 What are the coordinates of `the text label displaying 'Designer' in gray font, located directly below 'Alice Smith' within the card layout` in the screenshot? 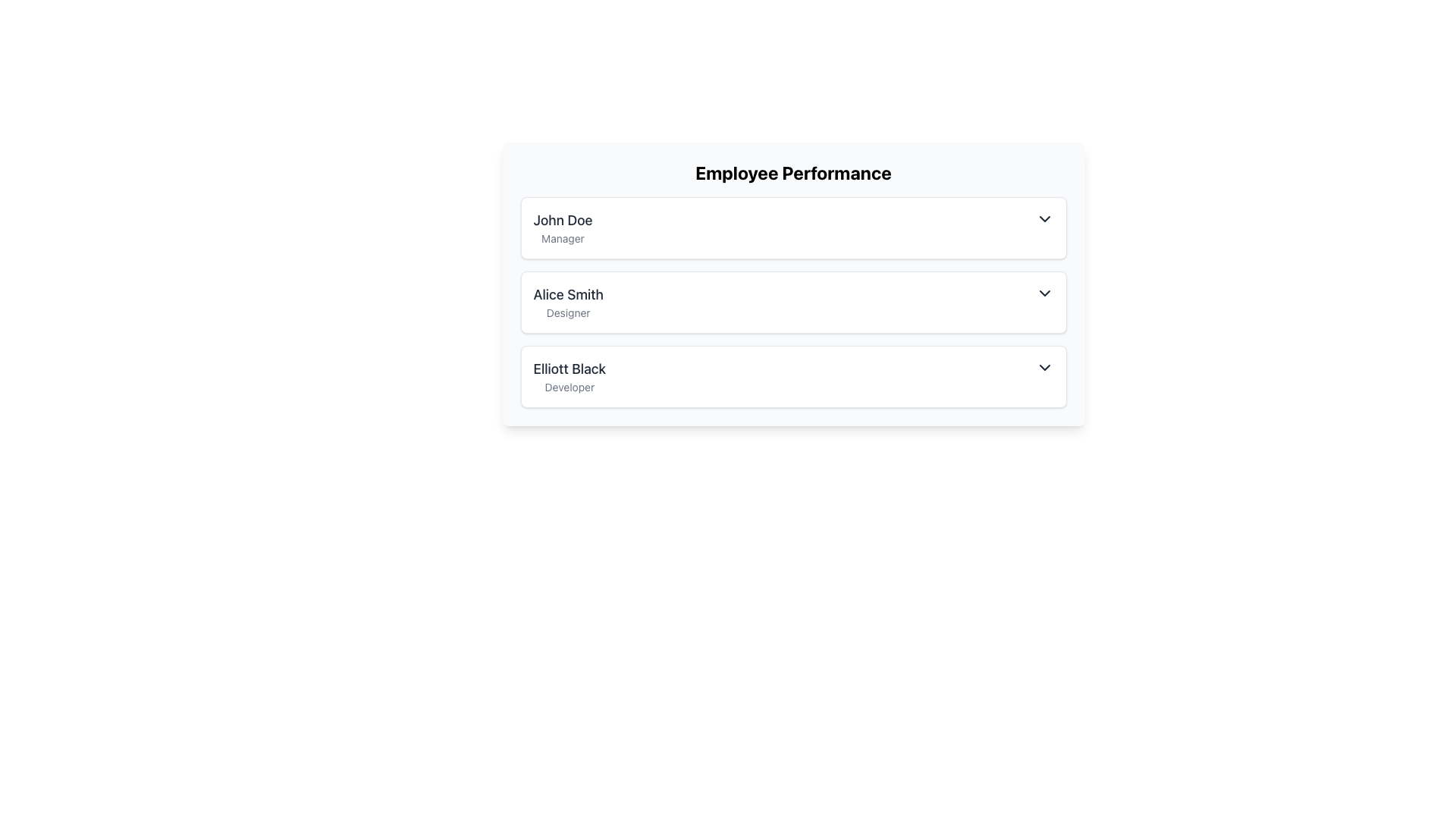 It's located at (567, 312).